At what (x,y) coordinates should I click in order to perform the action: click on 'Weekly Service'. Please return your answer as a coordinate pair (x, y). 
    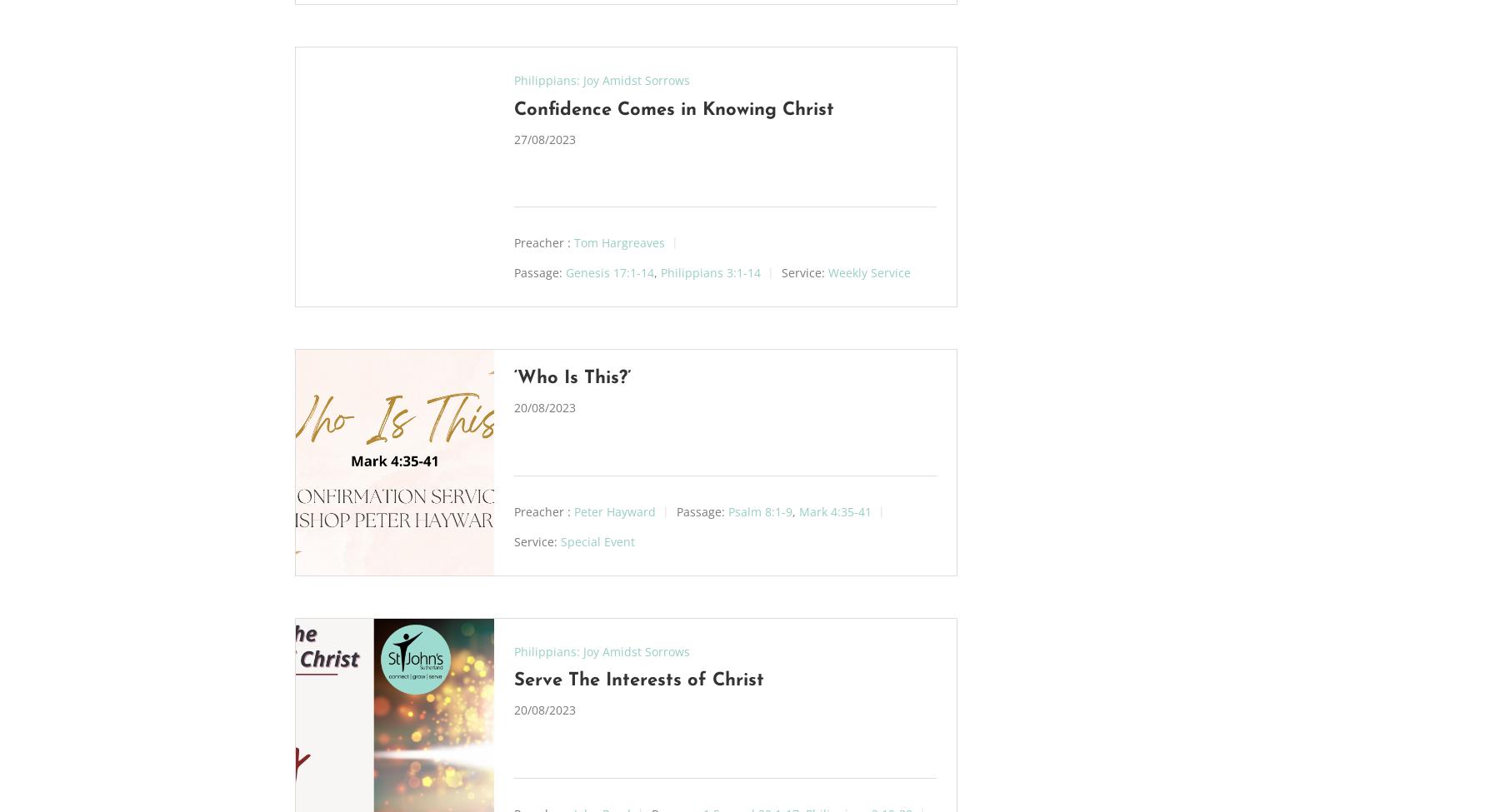
    Looking at the image, I should click on (868, 271).